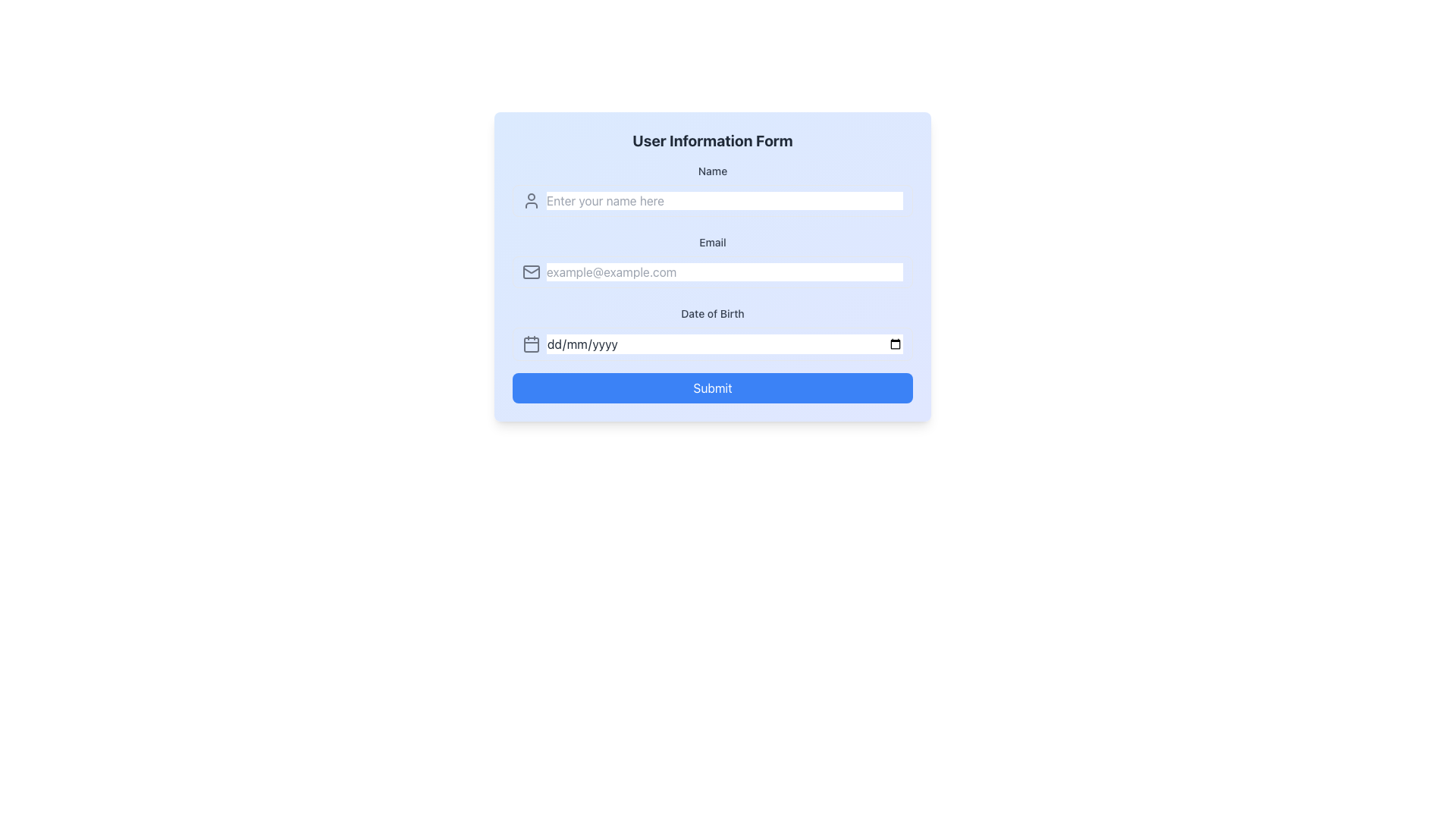 The image size is (1456, 819). I want to click on the 'Name' label, which is a small text label displayed prominently in black font, located at the top-left corner of the user form above the input field, so click(712, 171).